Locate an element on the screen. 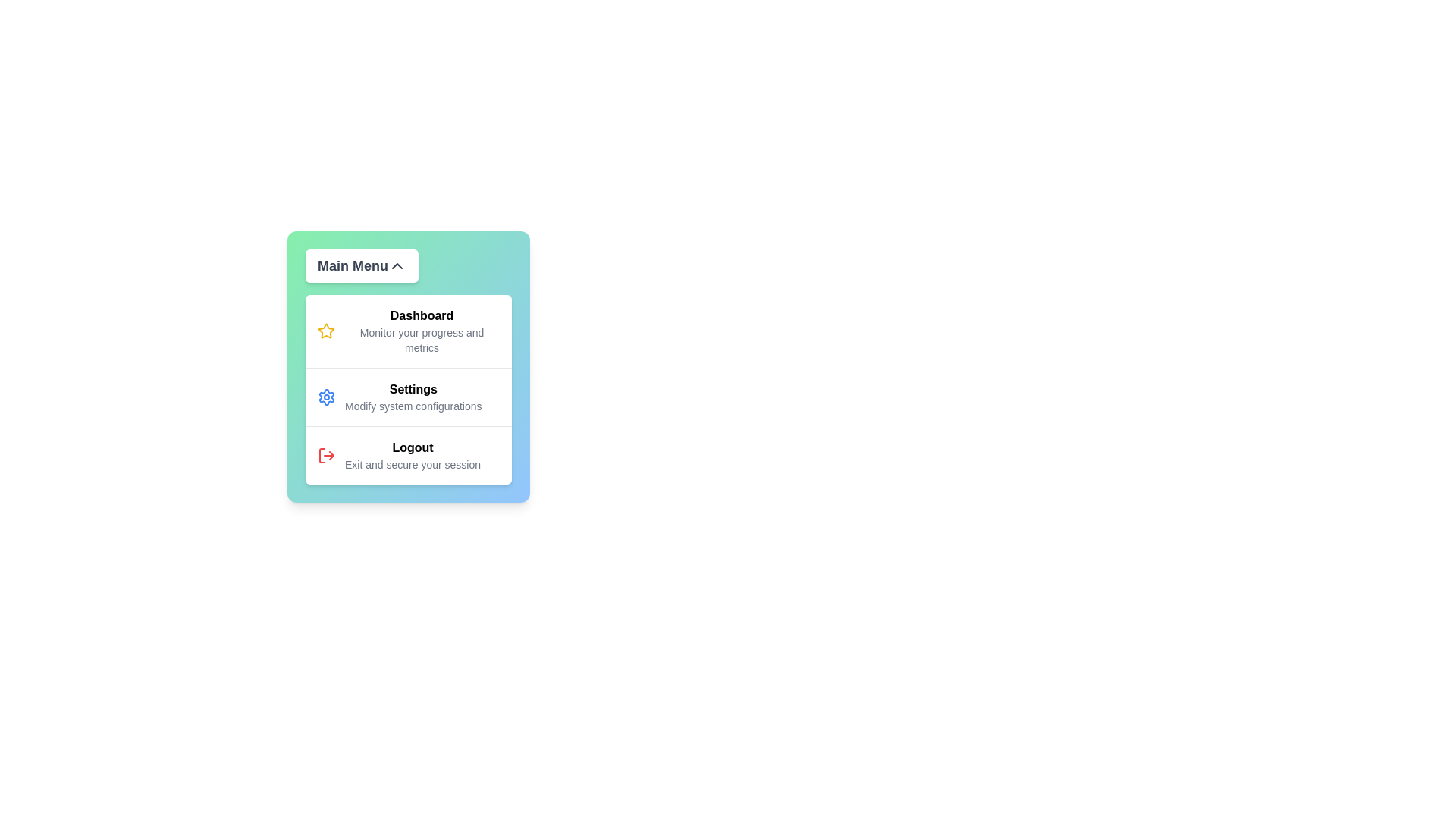  the 'Main Menu' button to toggle the menu visibility is located at coordinates (361, 265).